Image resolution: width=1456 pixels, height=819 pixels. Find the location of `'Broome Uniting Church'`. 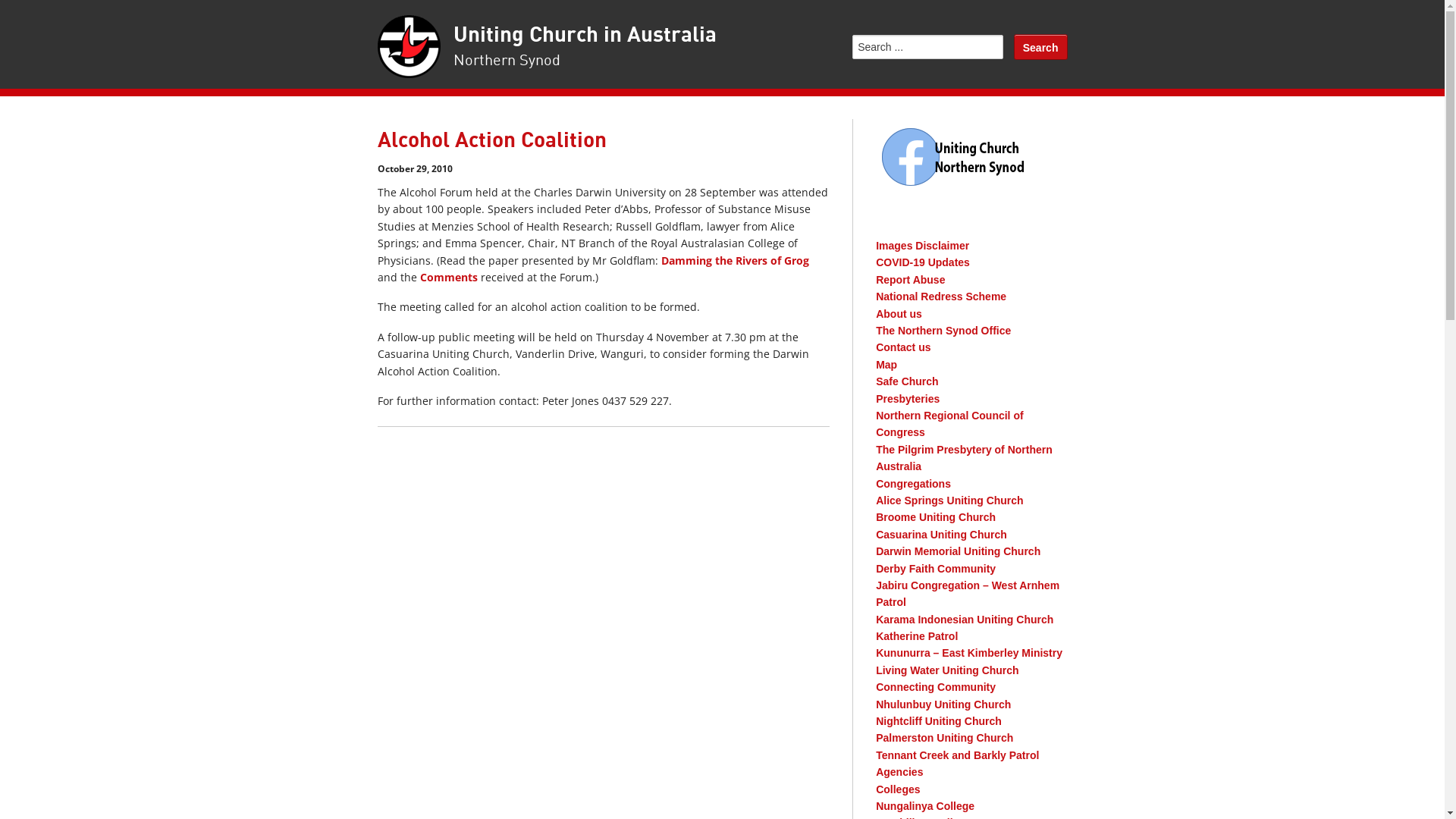

'Broome Uniting Church' is located at coordinates (934, 516).